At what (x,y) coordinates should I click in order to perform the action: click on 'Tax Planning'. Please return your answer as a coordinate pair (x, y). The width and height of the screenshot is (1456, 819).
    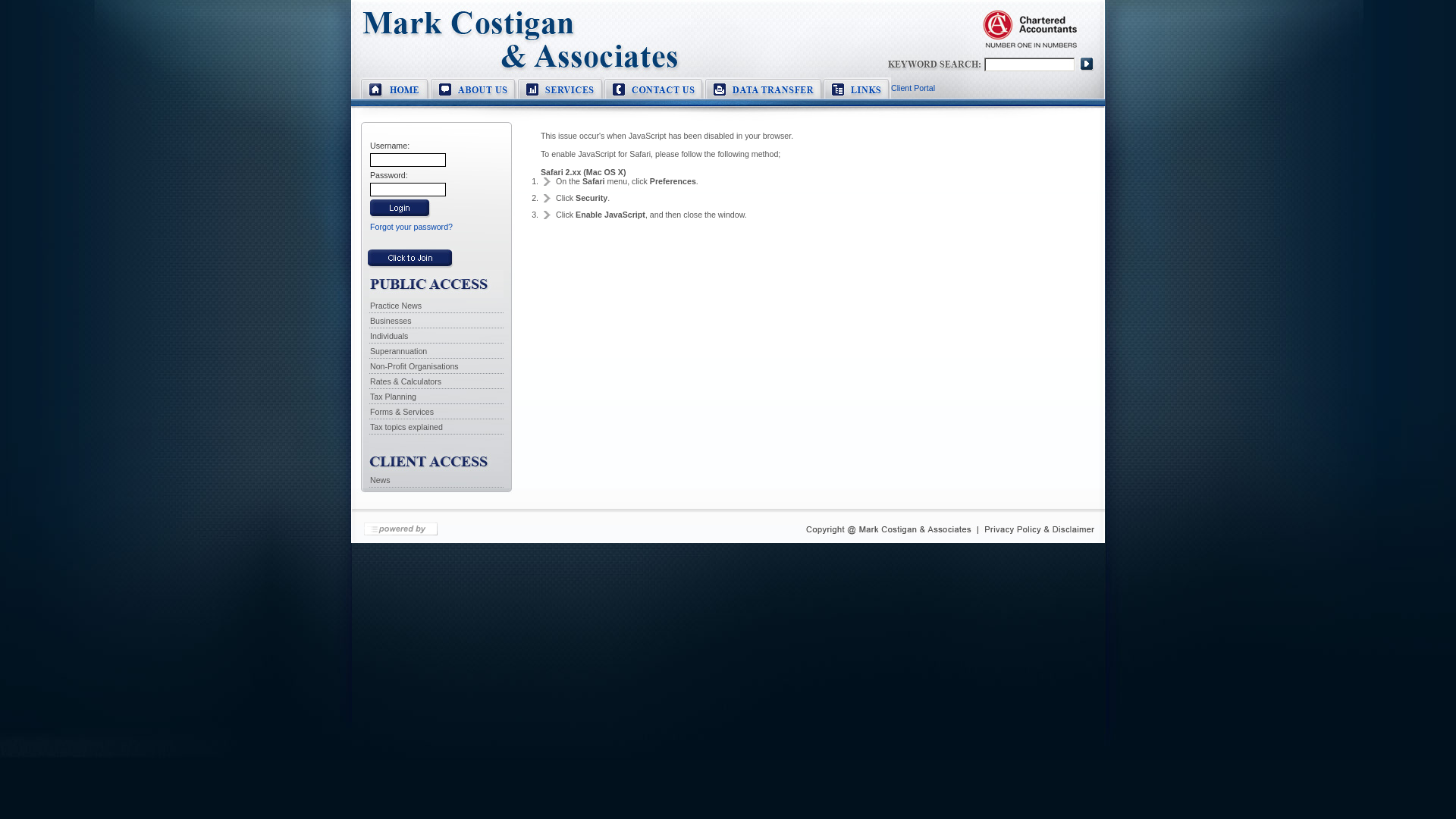
    Looking at the image, I should click on (370, 396).